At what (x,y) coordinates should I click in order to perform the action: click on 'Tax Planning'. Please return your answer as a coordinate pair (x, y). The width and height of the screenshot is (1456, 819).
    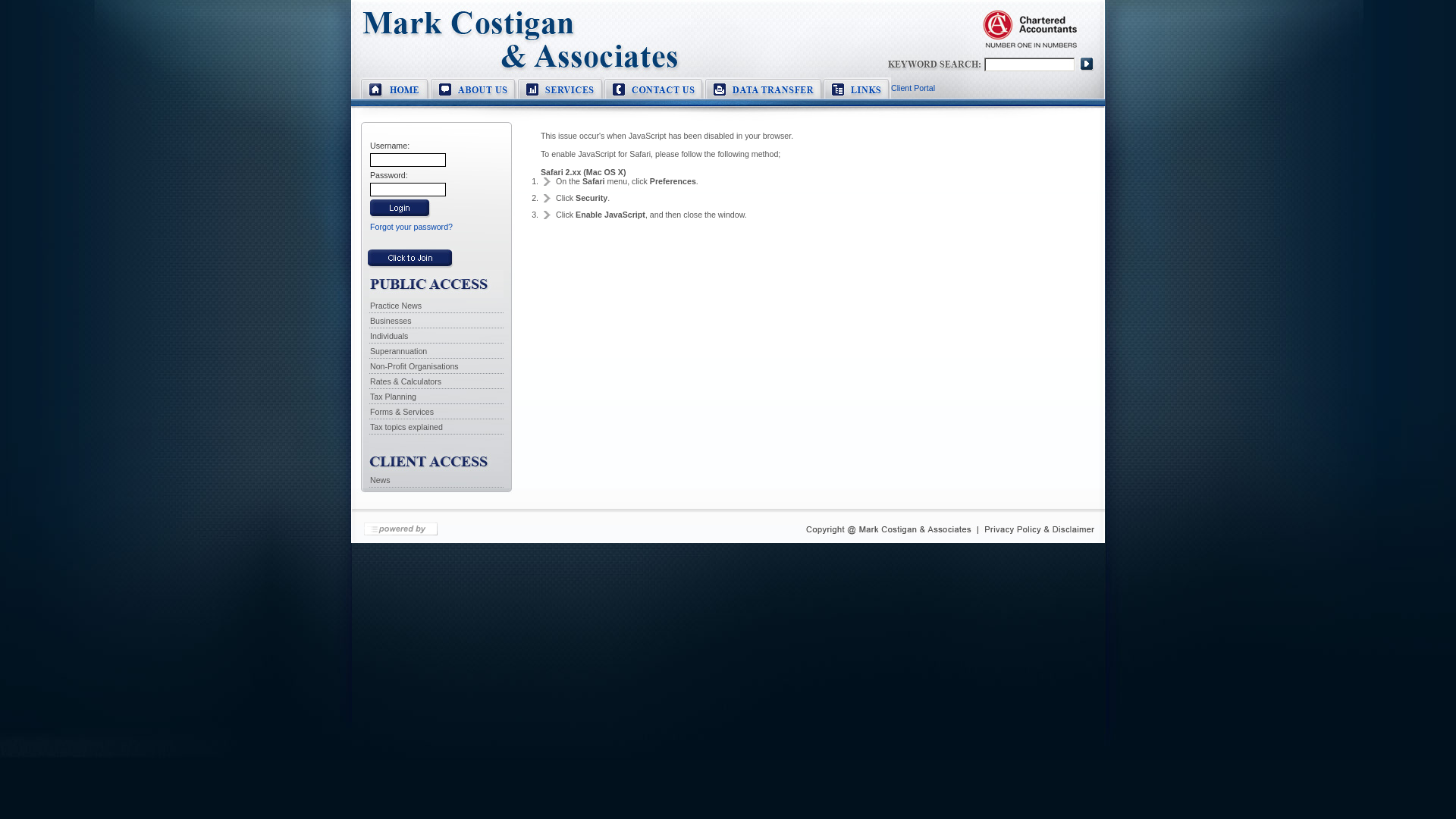
    Looking at the image, I should click on (370, 396).